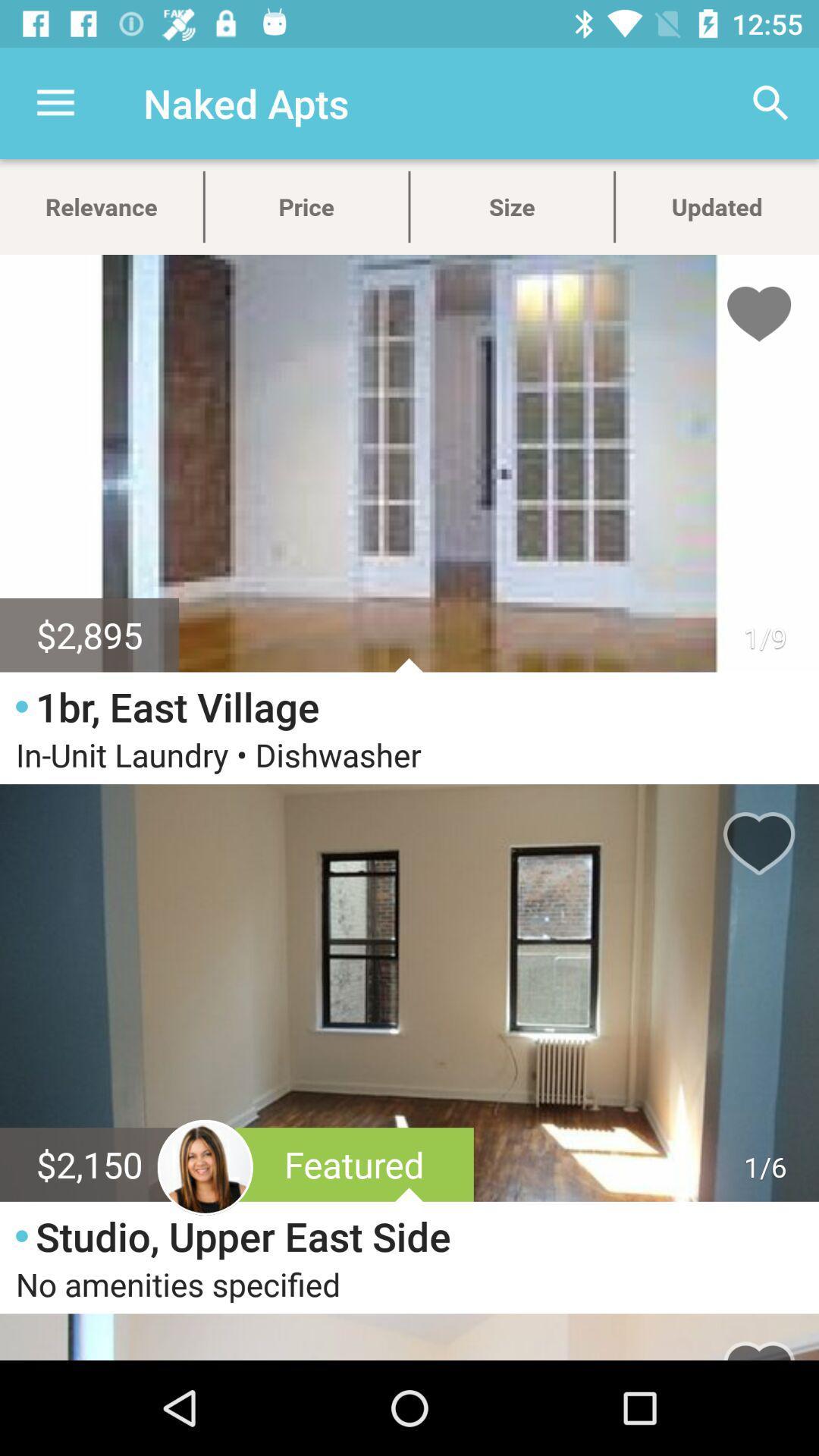 The height and width of the screenshot is (1456, 819). What do you see at coordinates (512, 206) in the screenshot?
I see `size` at bounding box center [512, 206].